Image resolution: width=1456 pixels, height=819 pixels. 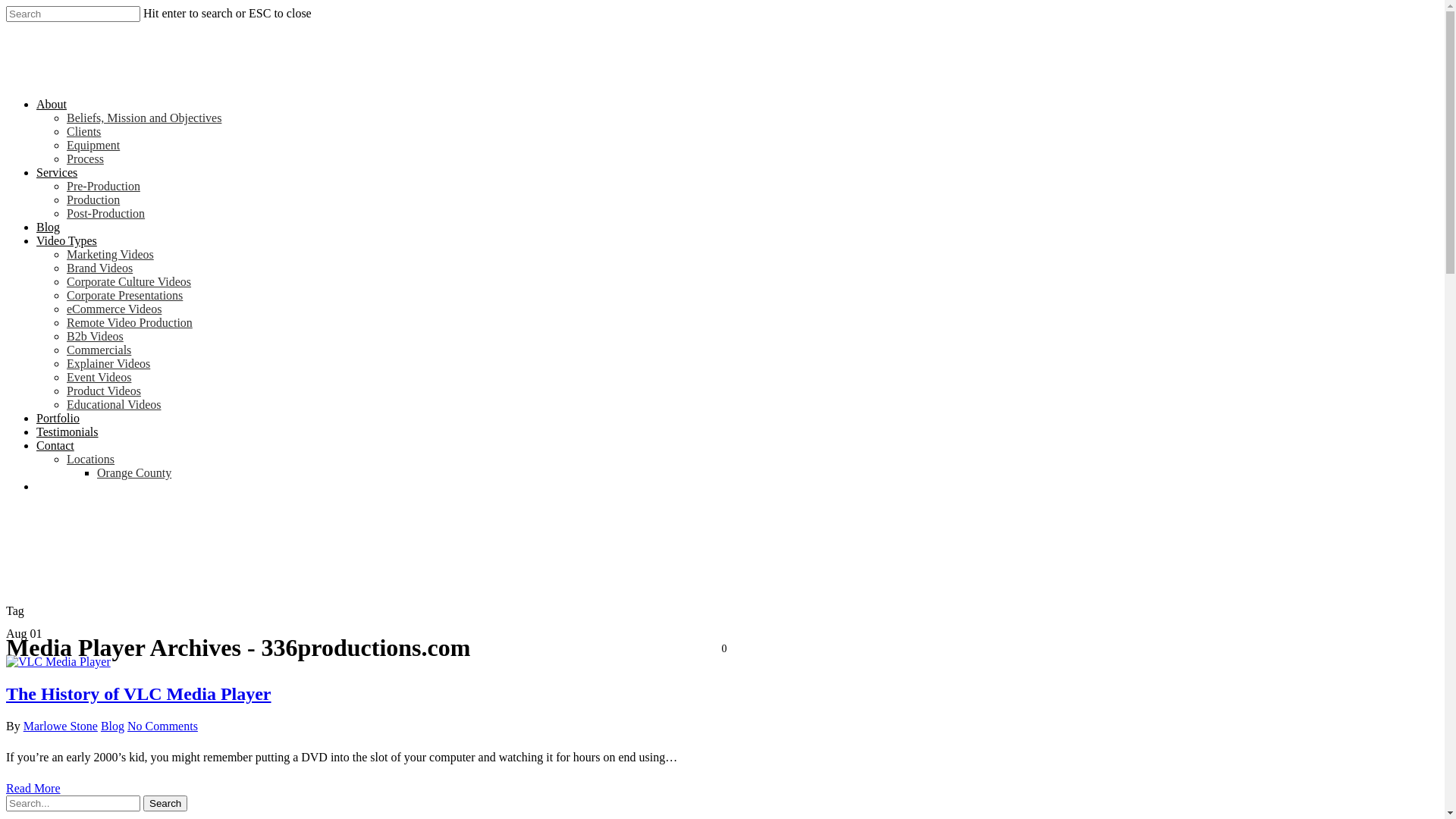 What do you see at coordinates (99, 267) in the screenshot?
I see `'Brand Videos'` at bounding box center [99, 267].